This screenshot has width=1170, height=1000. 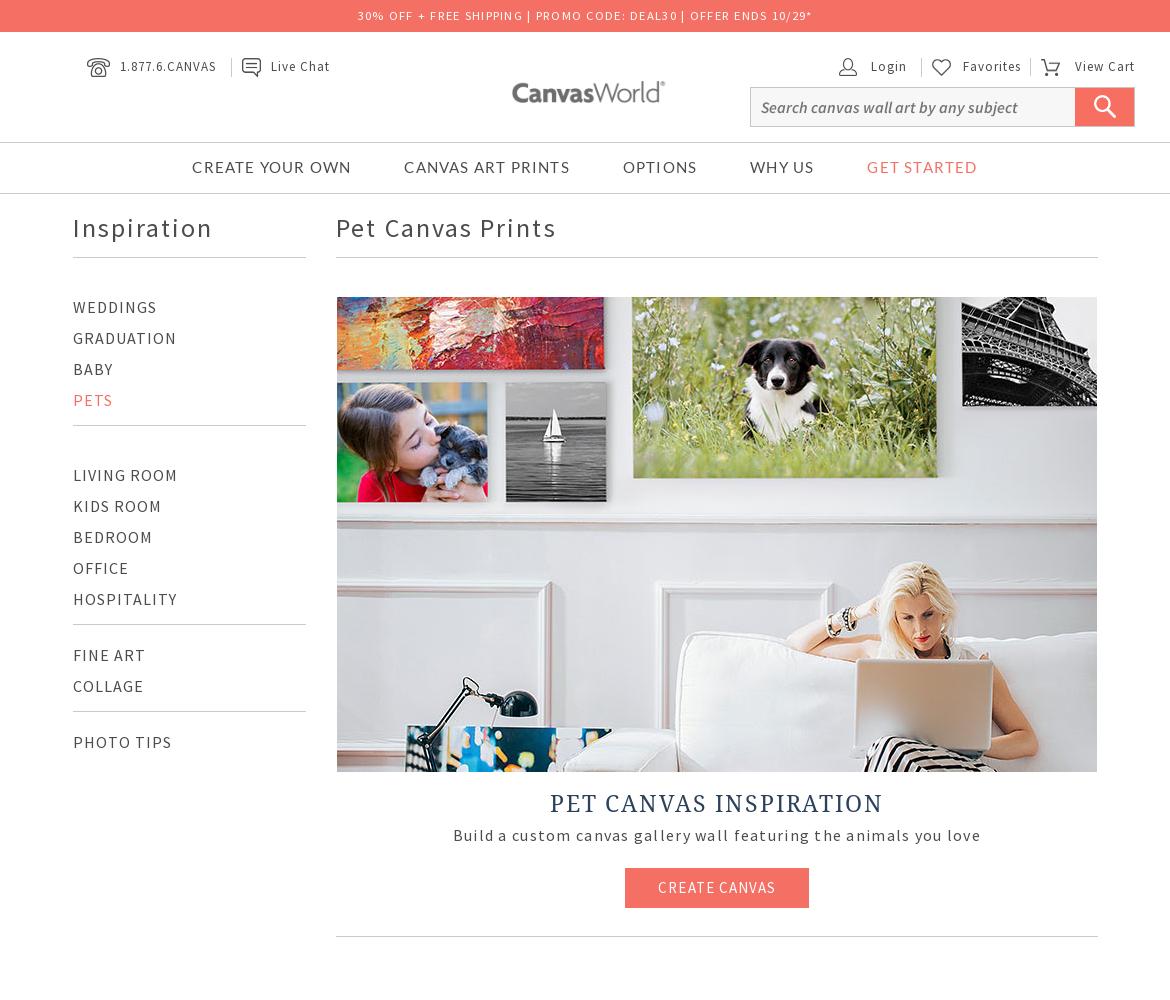 What do you see at coordinates (166, 64) in the screenshot?
I see `'1.877.6.CANVAS'` at bounding box center [166, 64].